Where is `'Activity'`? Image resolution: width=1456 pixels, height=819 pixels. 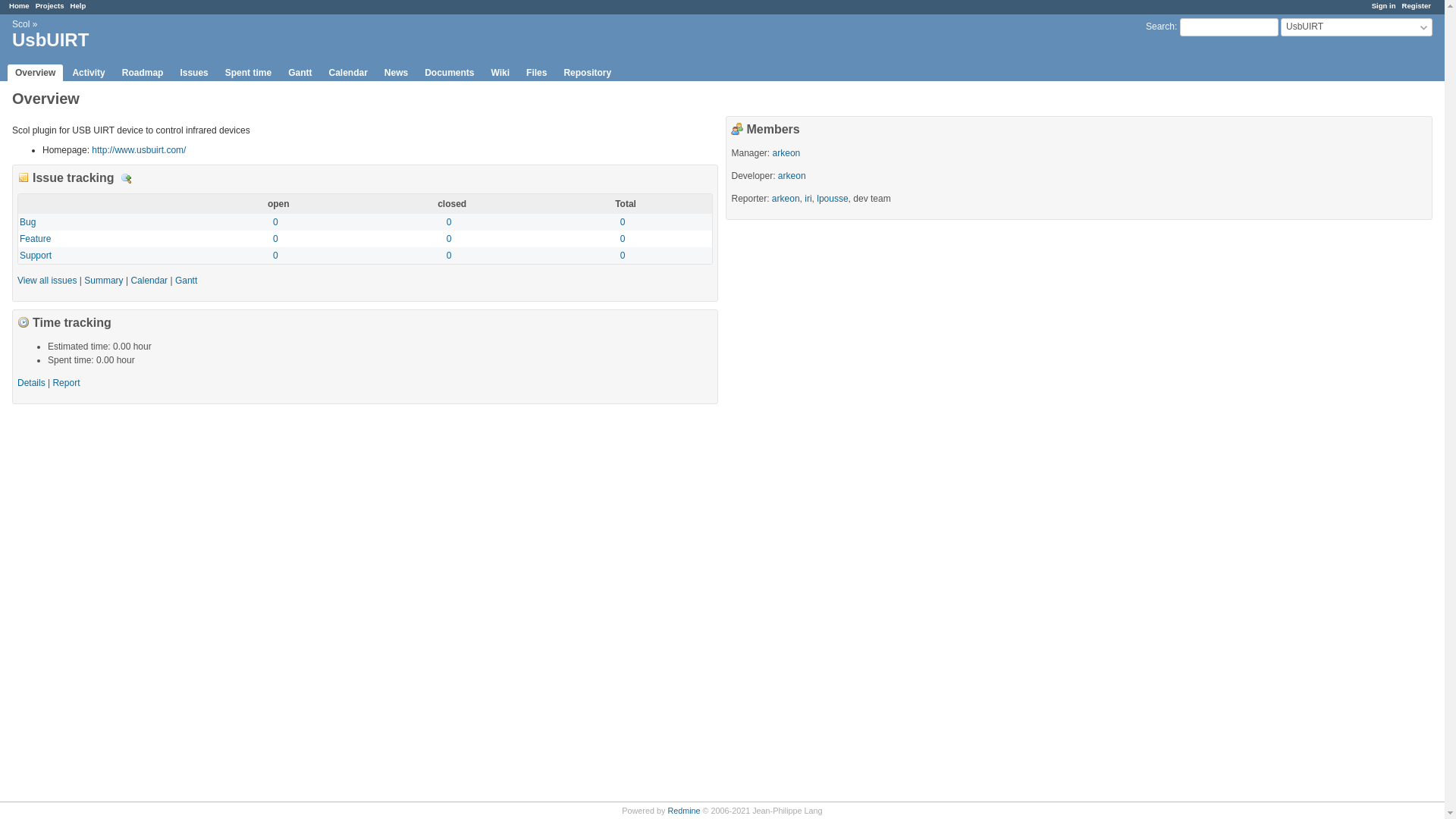
'Activity' is located at coordinates (87, 73).